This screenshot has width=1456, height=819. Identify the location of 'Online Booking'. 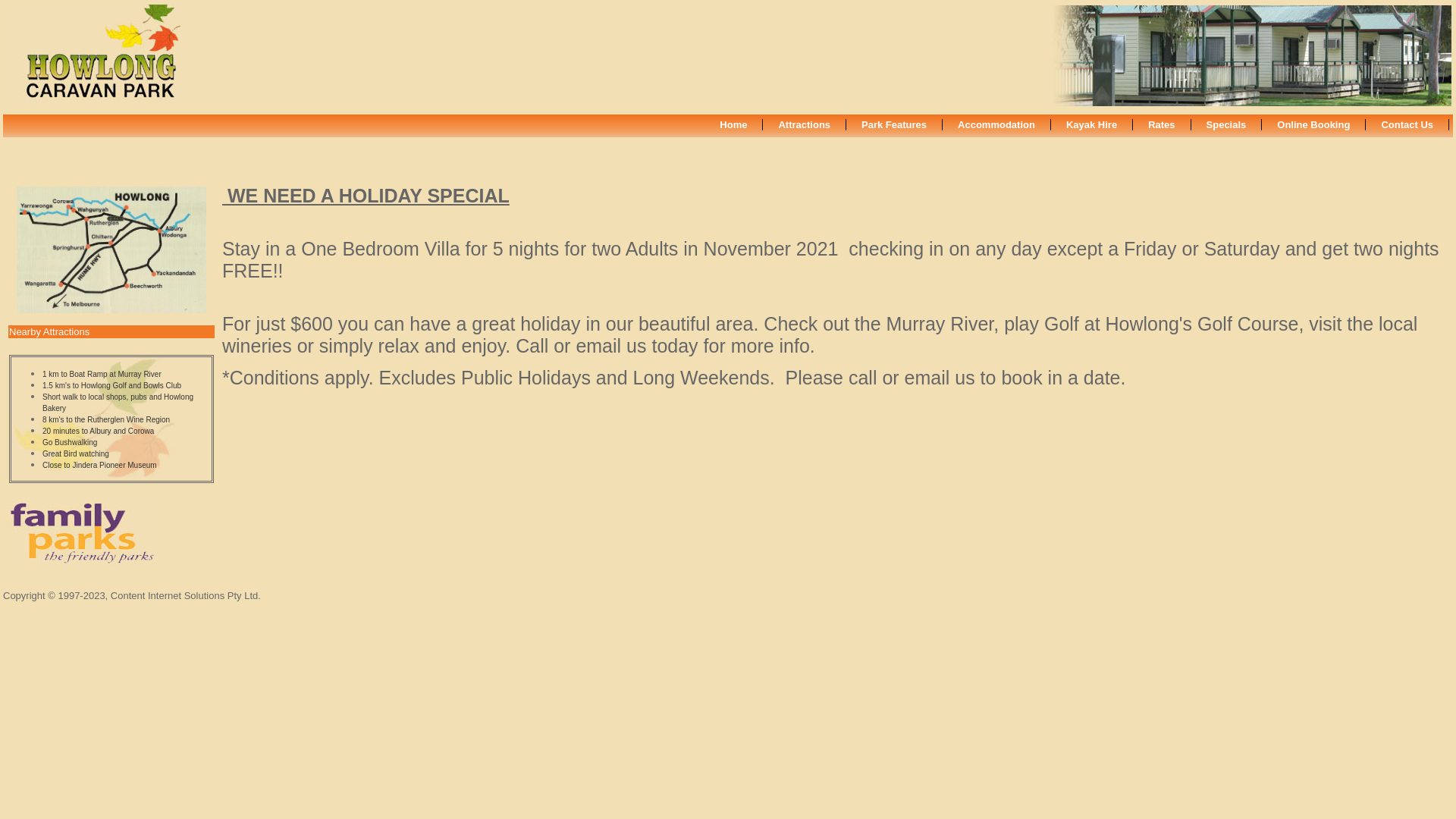
(1313, 124).